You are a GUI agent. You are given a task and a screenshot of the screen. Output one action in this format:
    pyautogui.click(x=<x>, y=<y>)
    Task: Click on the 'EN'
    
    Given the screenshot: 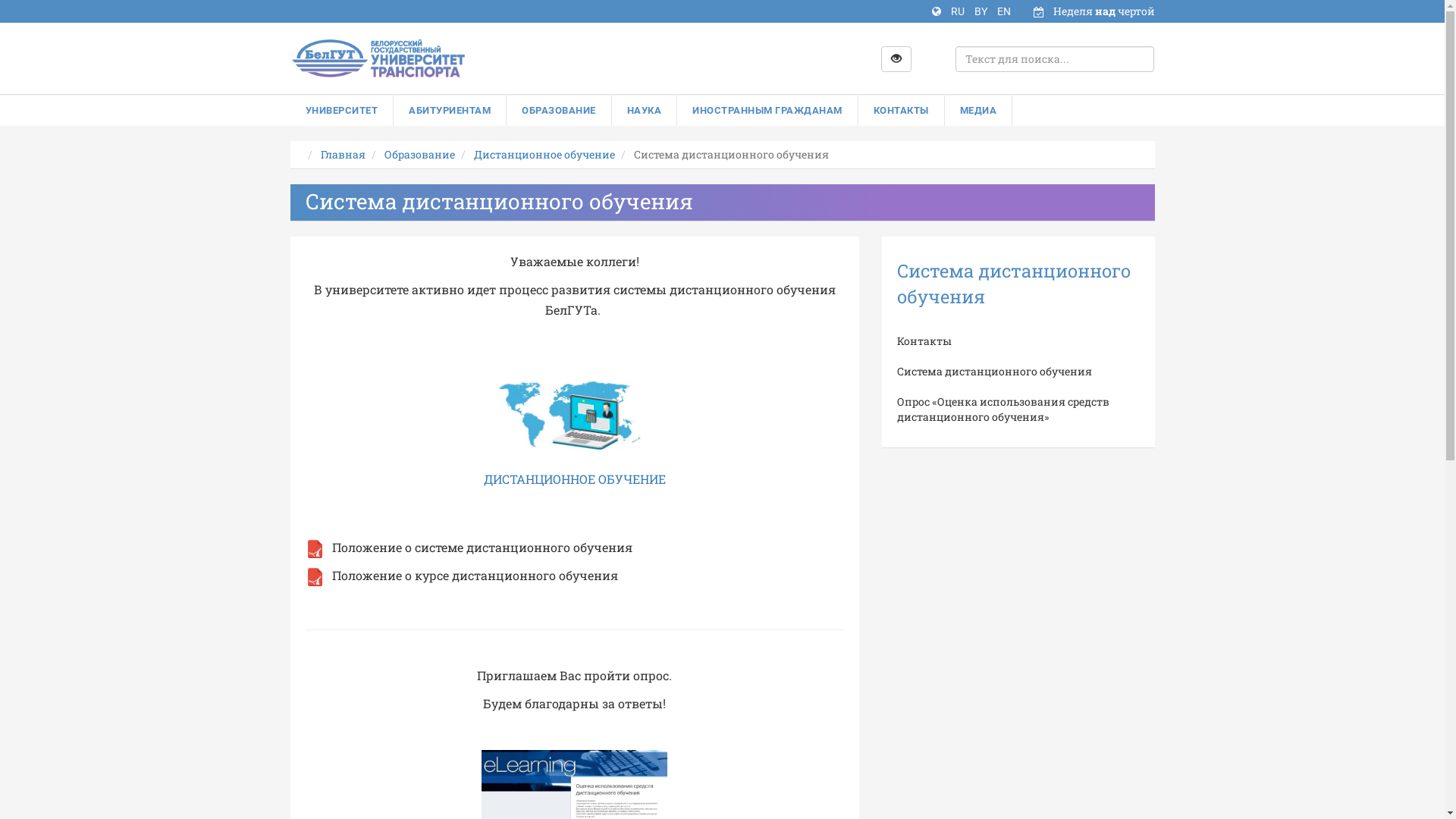 What is the action you would take?
    pyautogui.click(x=1003, y=11)
    